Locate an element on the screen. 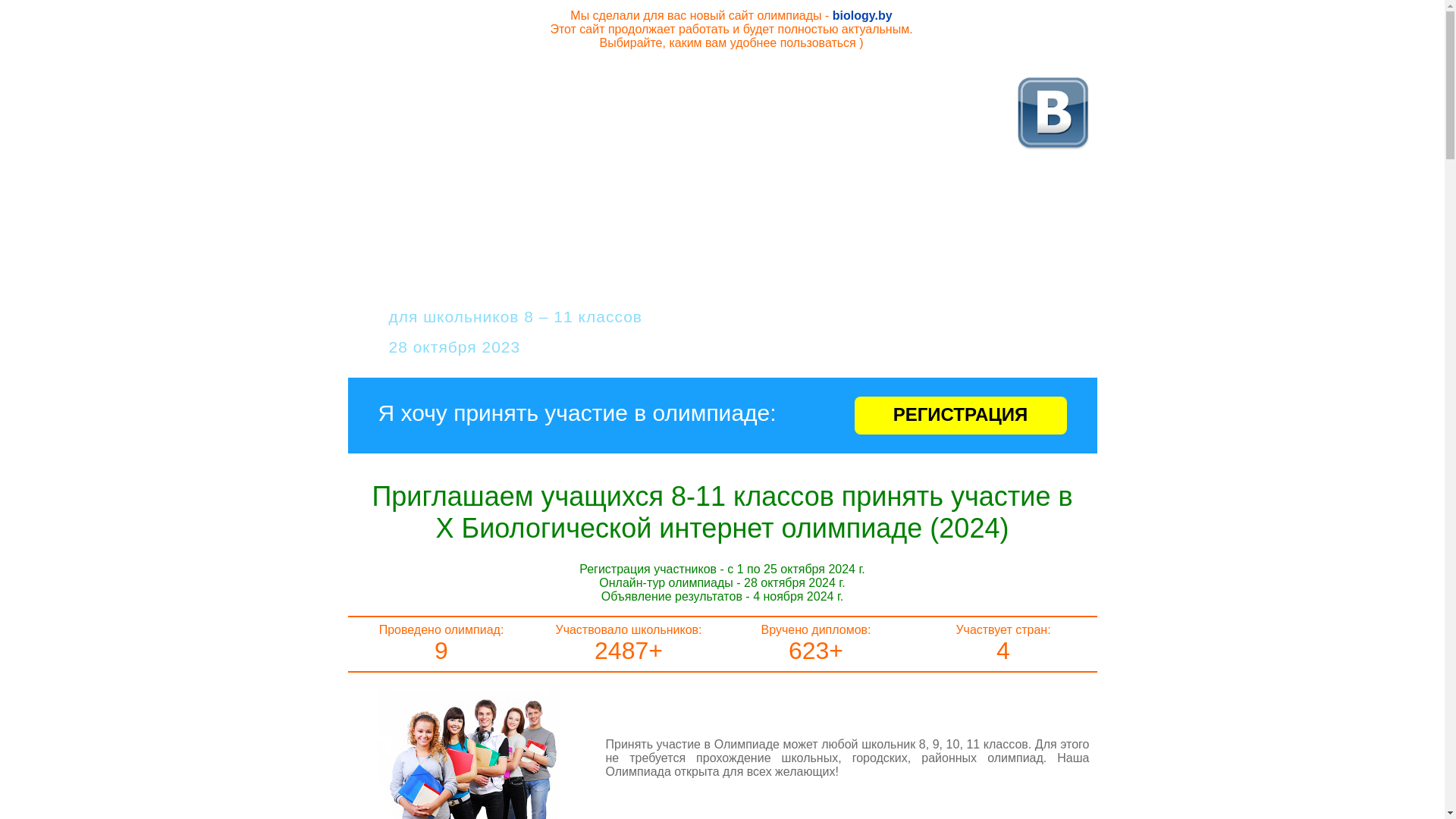  'biology.by' is located at coordinates (862, 15).